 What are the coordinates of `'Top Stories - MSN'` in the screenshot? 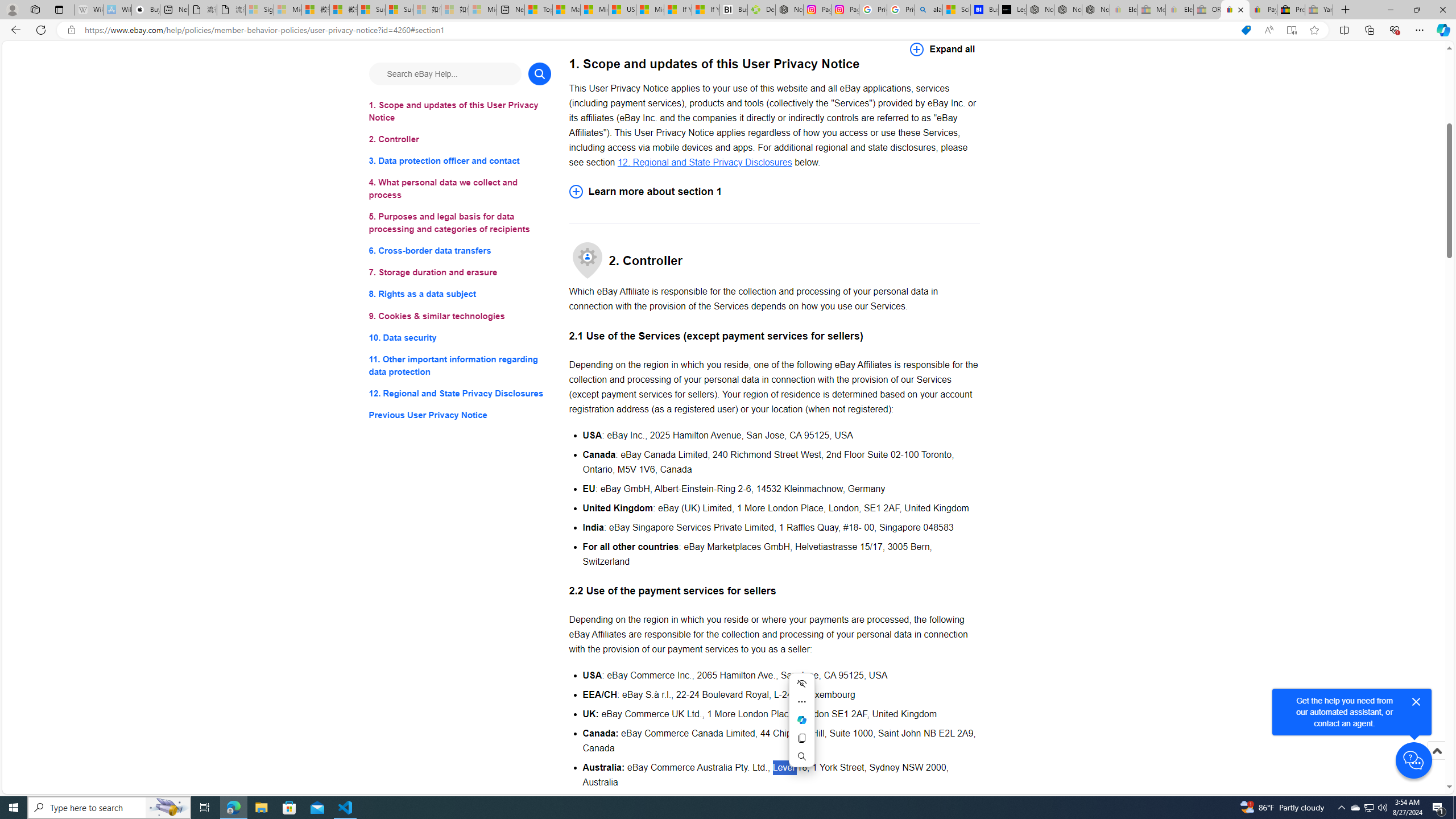 It's located at (538, 9).